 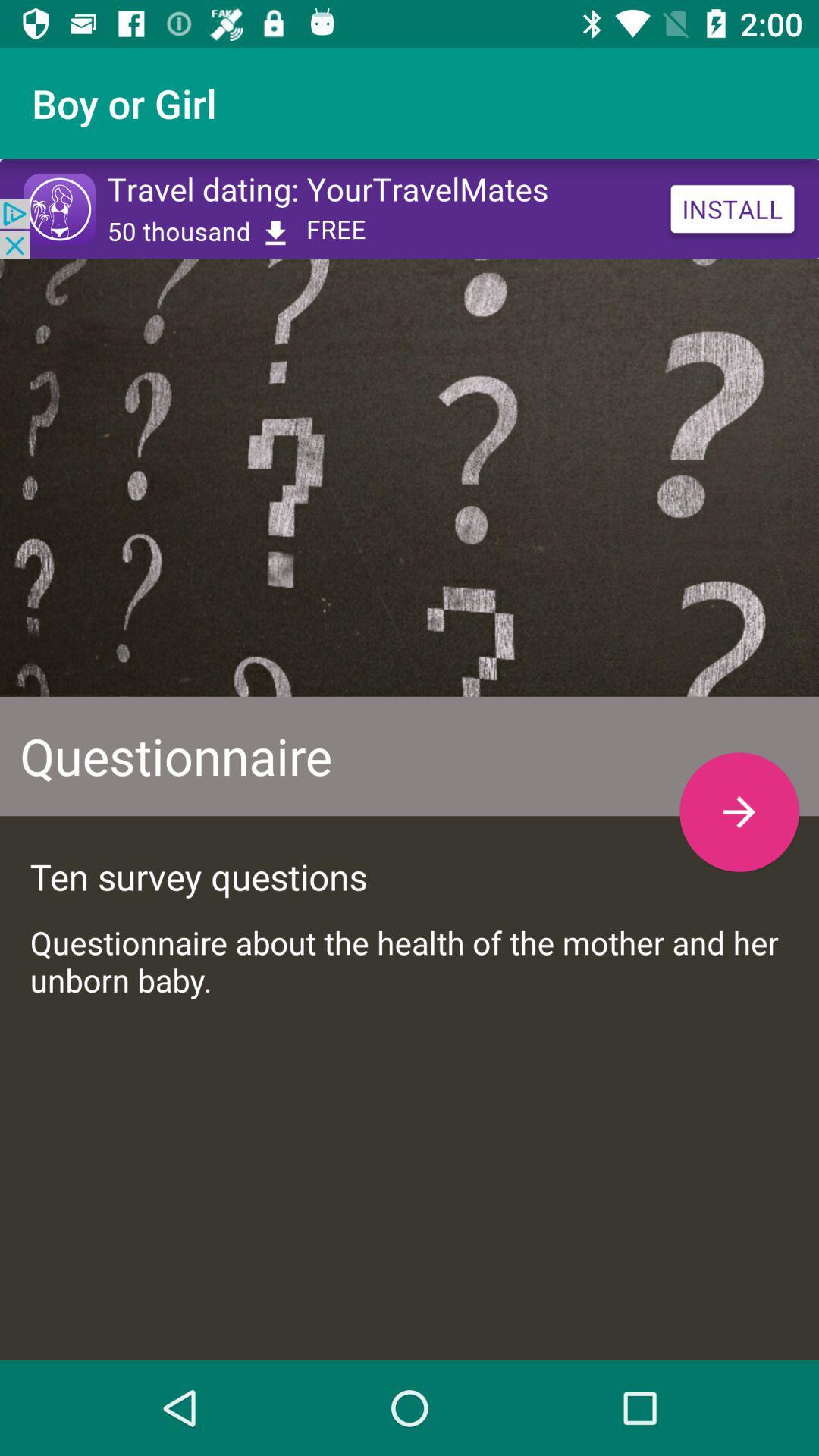 What do you see at coordinates (739, 811) in the screenshot?
I see `go forward` at bounding box center [739, 811].